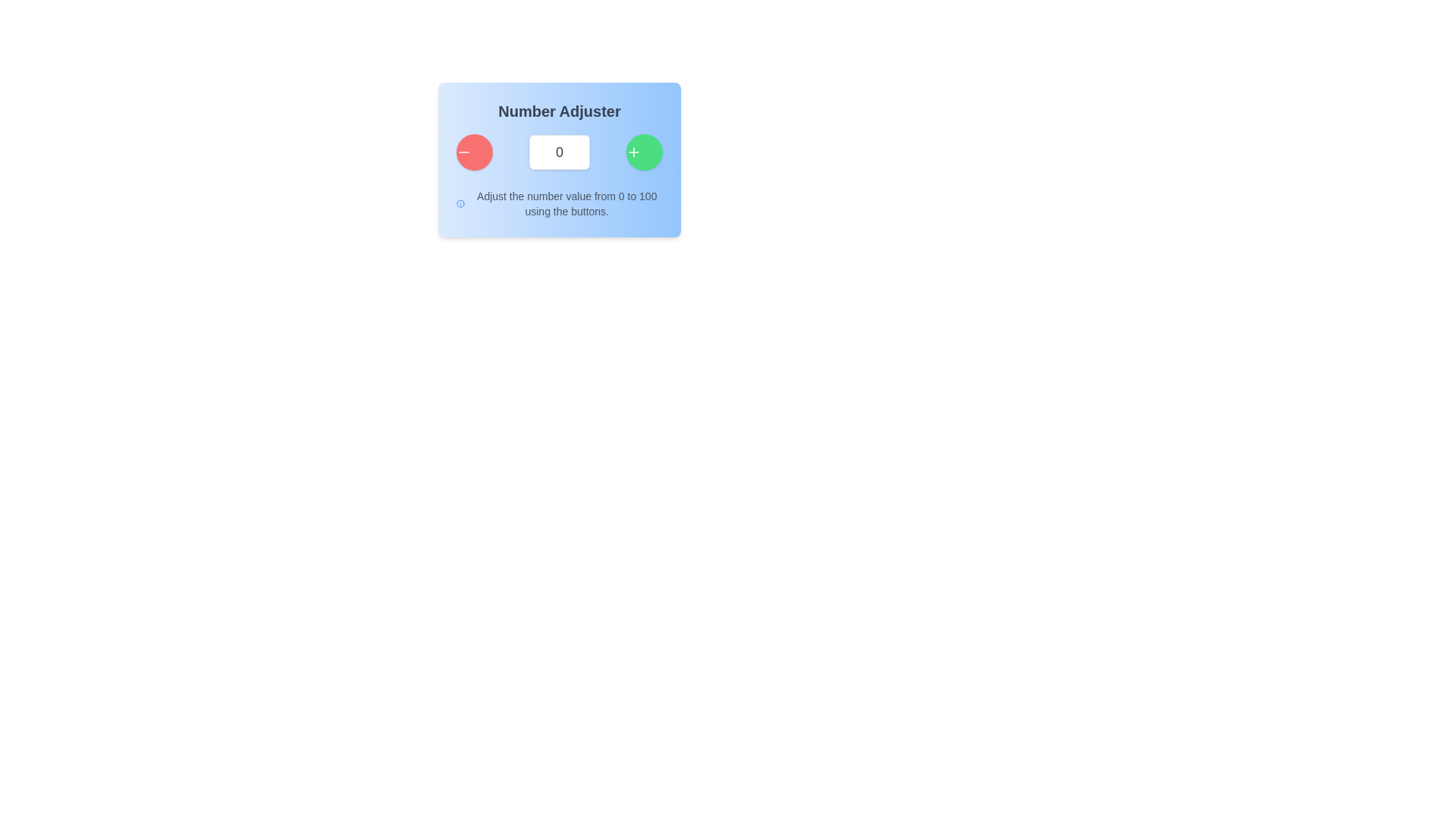 The width and height of the screenshot is (1456, 819). I want to click on the blue circular SVG graphic element that represents information, located in the bottom left corner of the 'Number Adjuster' interface, so click(460, 203).